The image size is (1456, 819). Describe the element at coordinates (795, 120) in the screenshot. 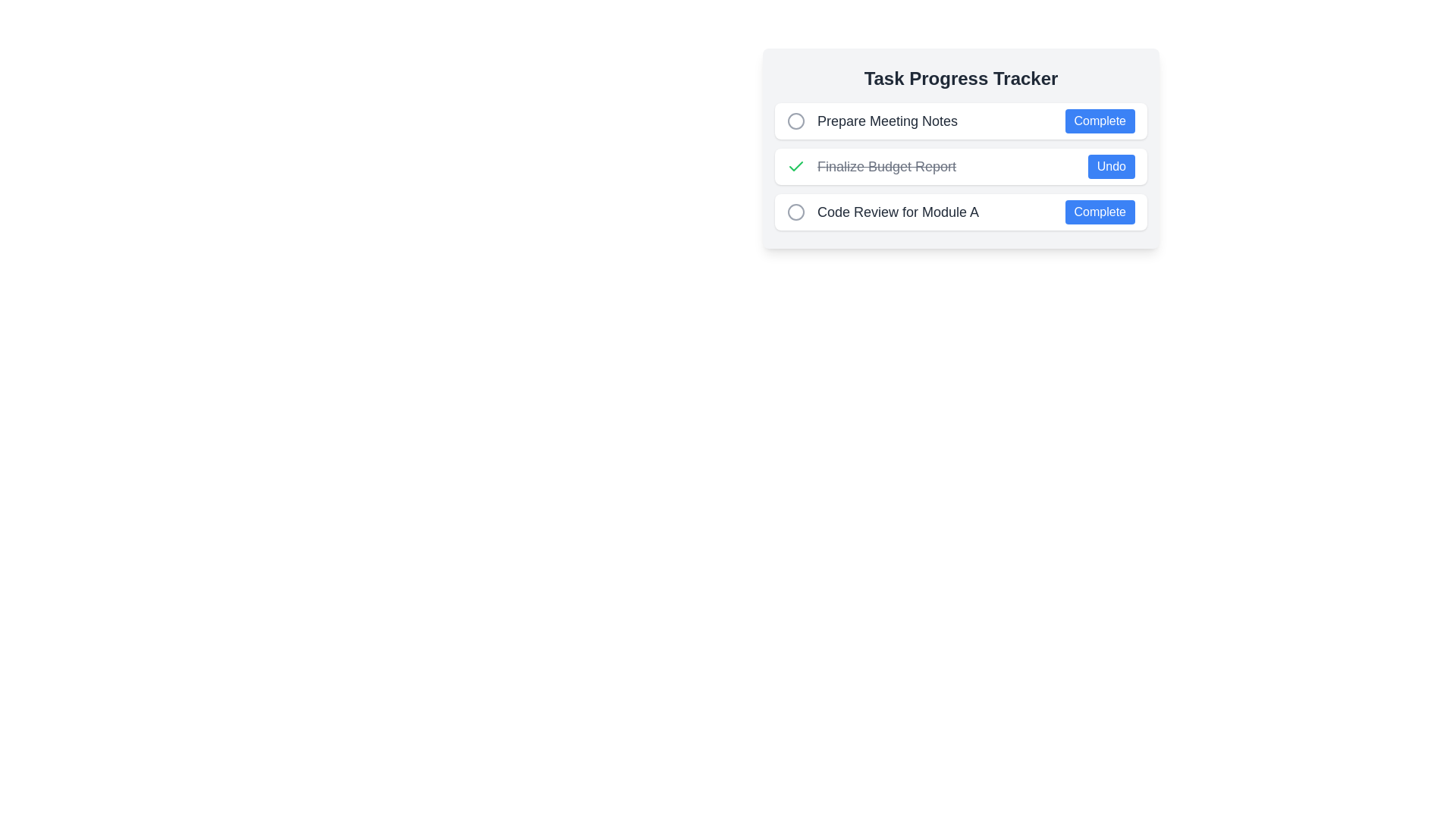

I see `the inner circular component of the SVG icon for the task 'Prepare Meeting Notes' in the task progress tracker` at that location.